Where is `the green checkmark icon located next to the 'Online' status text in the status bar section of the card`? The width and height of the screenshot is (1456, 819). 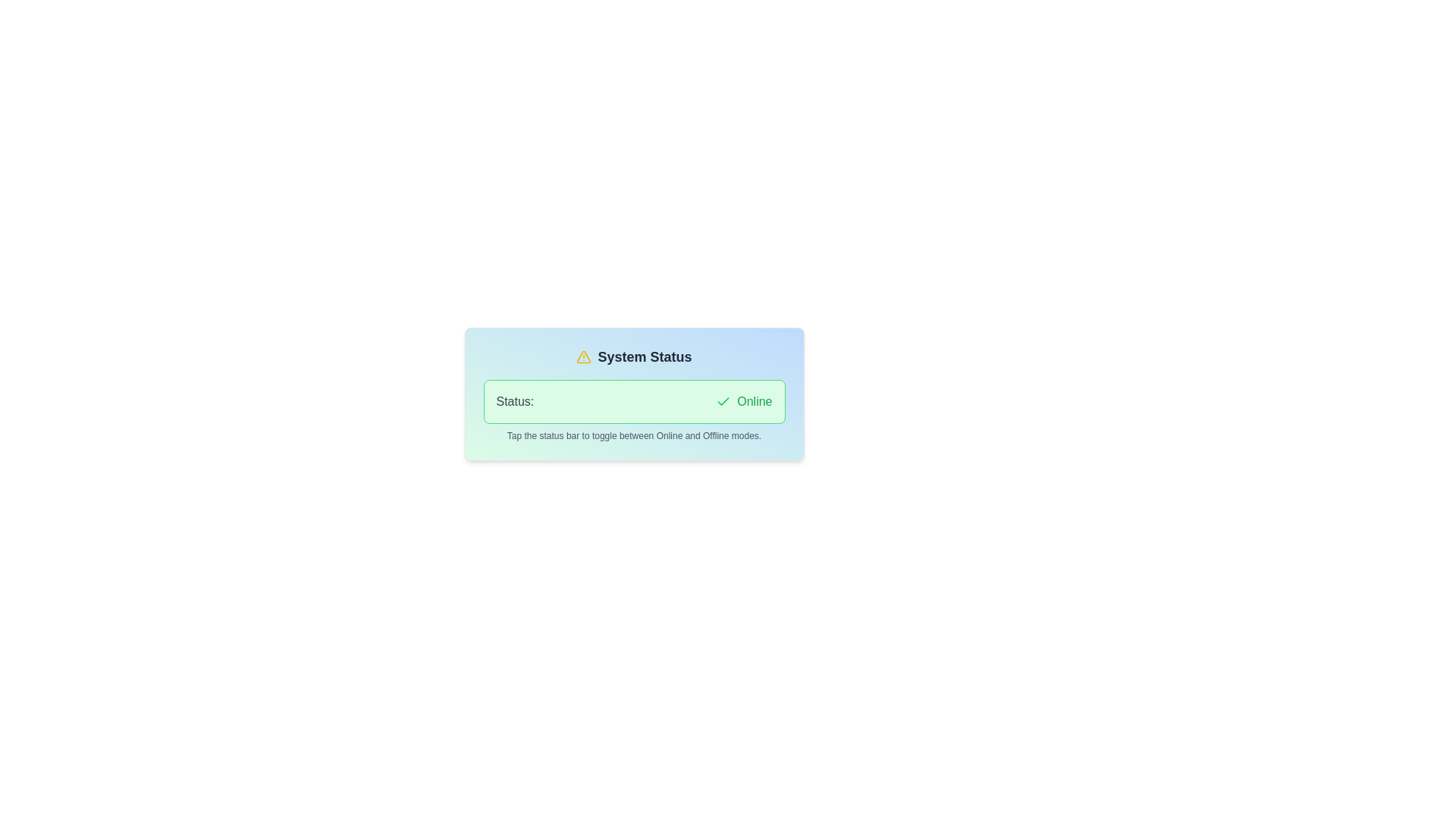
the green checkmark icon located next to the 'Online' status text in the status bar section of the card is located at coordinates (723, 400).